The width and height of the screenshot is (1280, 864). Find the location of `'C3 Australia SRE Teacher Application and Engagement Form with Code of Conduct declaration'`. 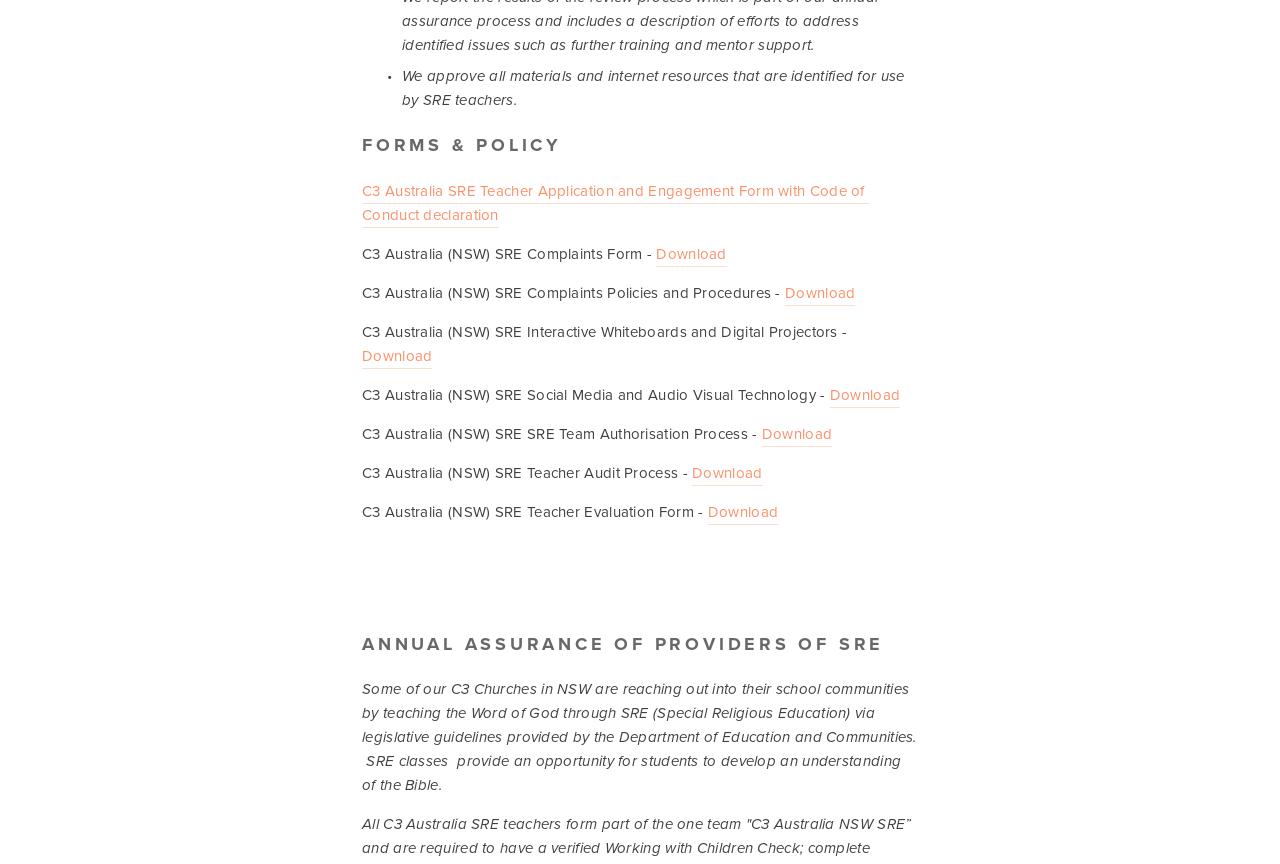

'C3 Australia SRE Teacher Application and Engagement Form with Code of Conduct declaration' is located at coordinates (614, 201).